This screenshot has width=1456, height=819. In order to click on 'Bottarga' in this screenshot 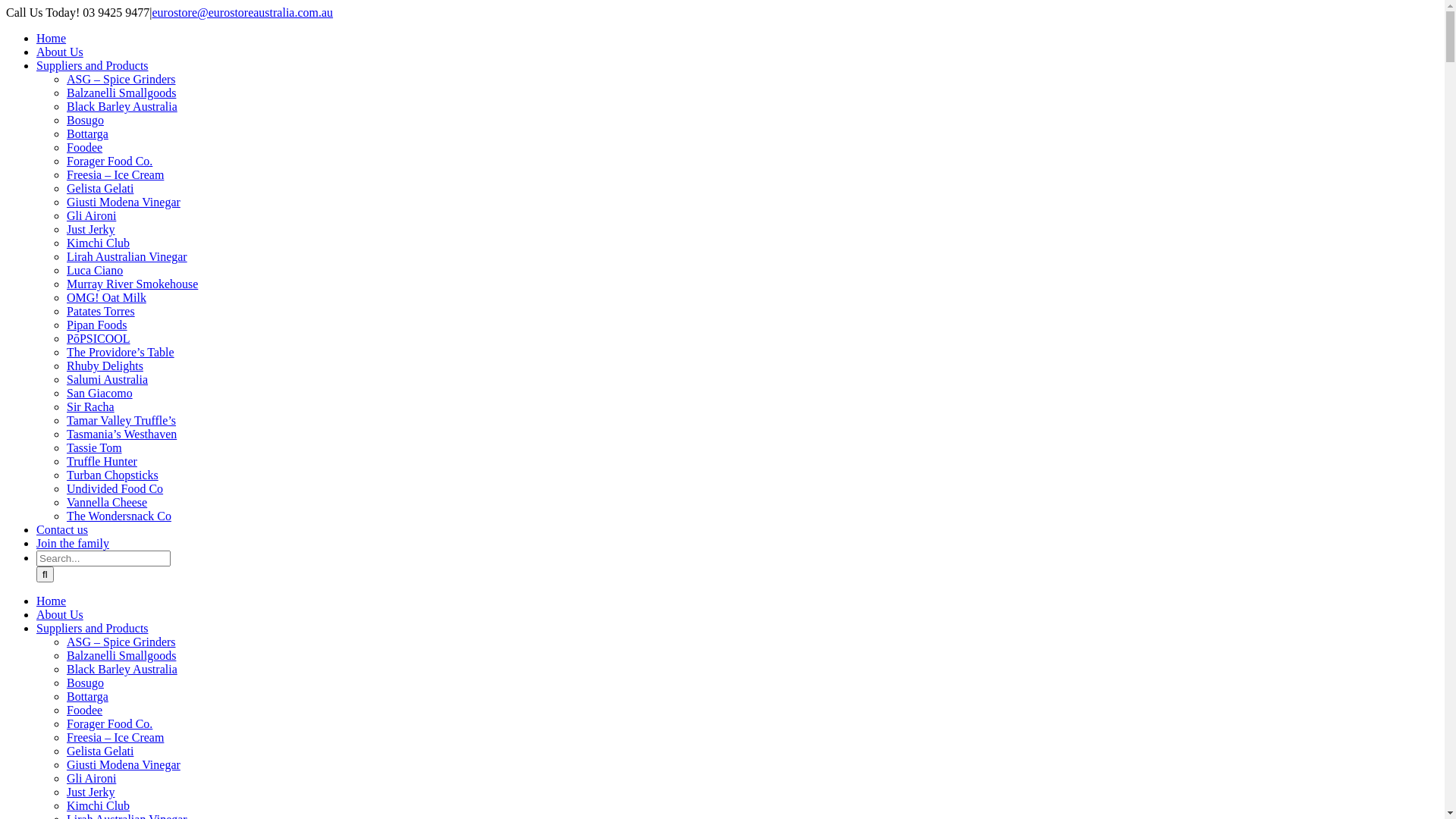, I will do `click(65, 133)`.